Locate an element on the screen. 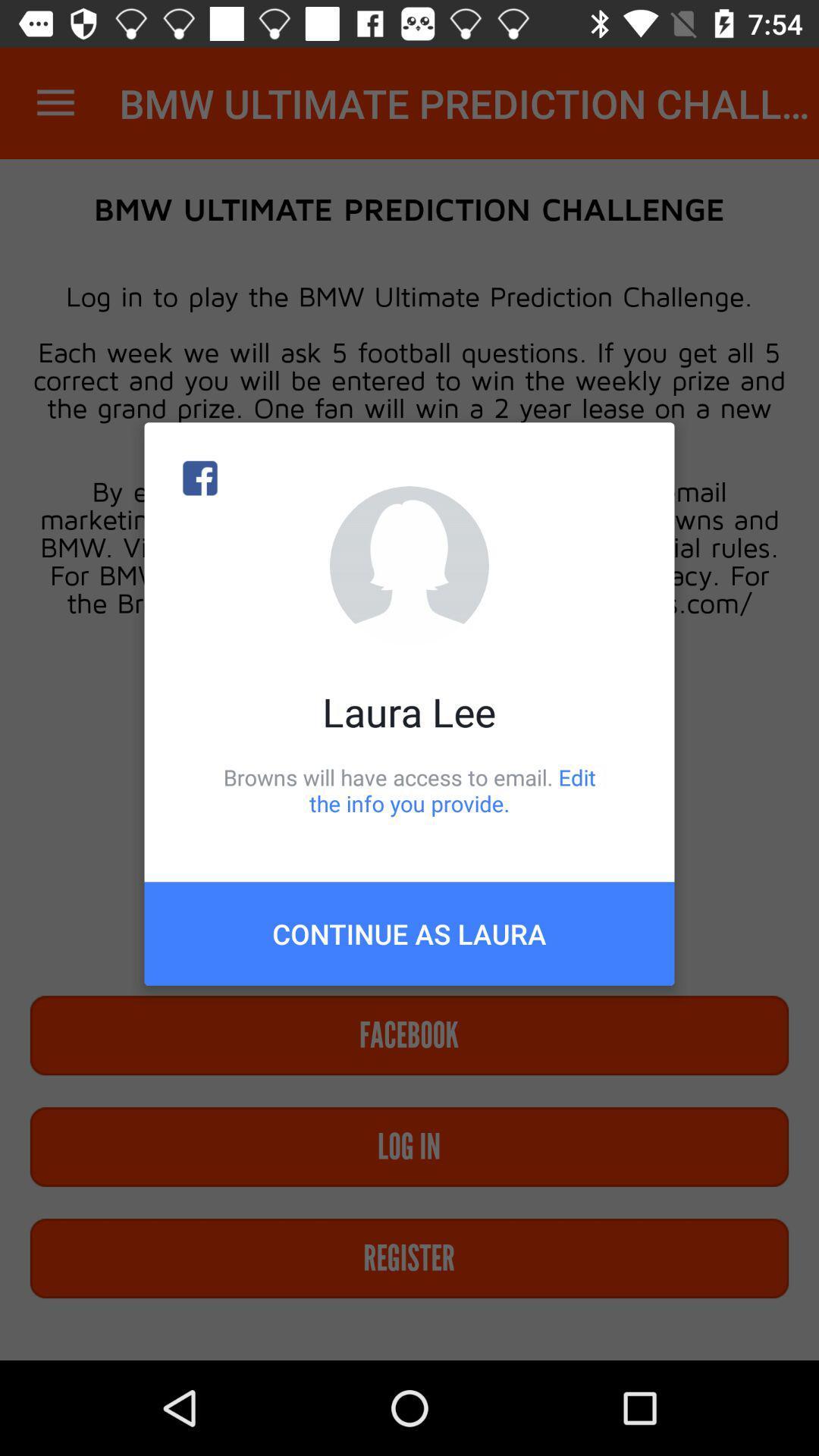 This screenshot has width=819, height=1456. the continue as laura item is located at coordinates (409, 933).